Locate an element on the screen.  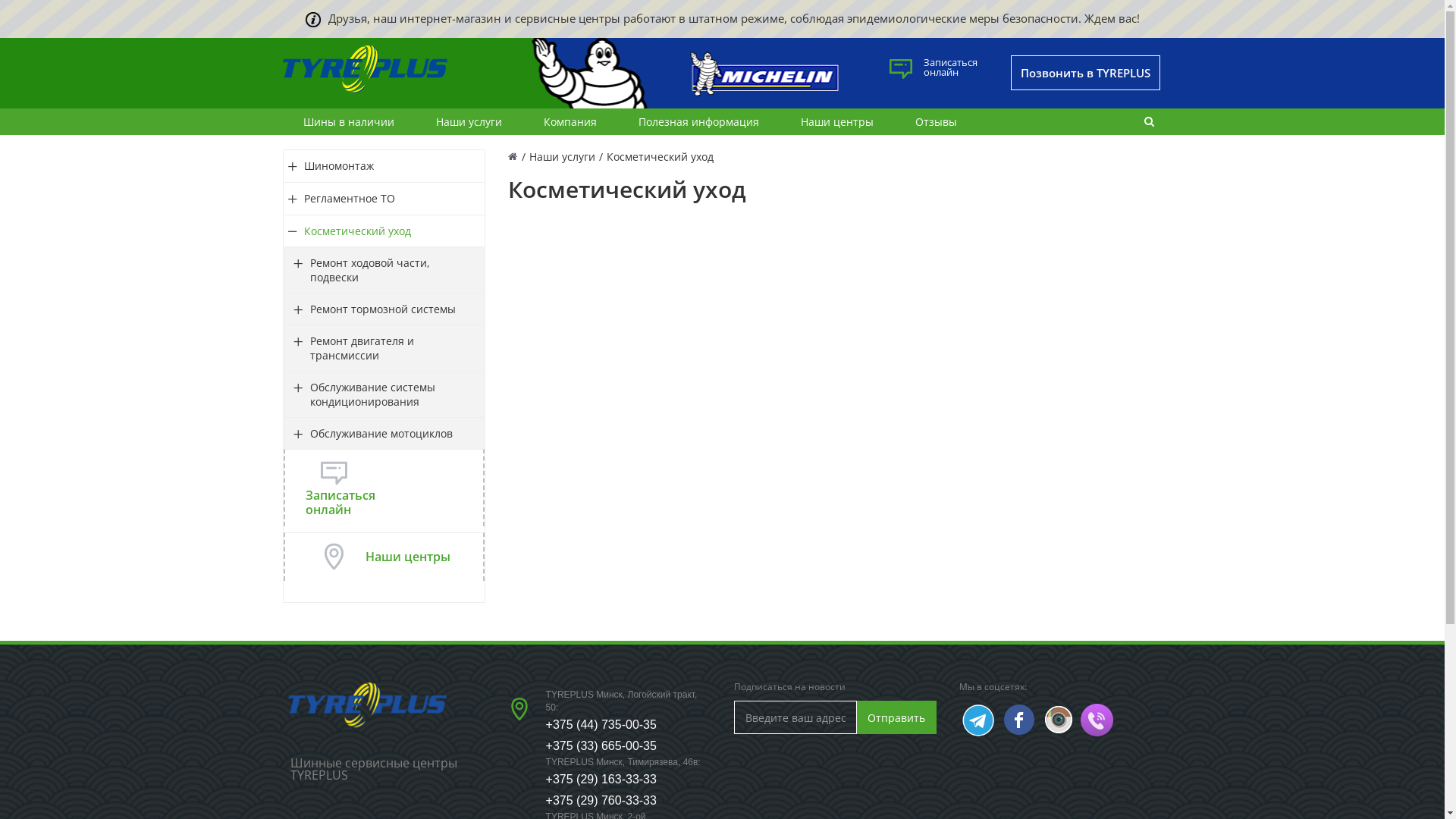
'+375 (29) 760-33-33' is located at coordinates (600, 799).